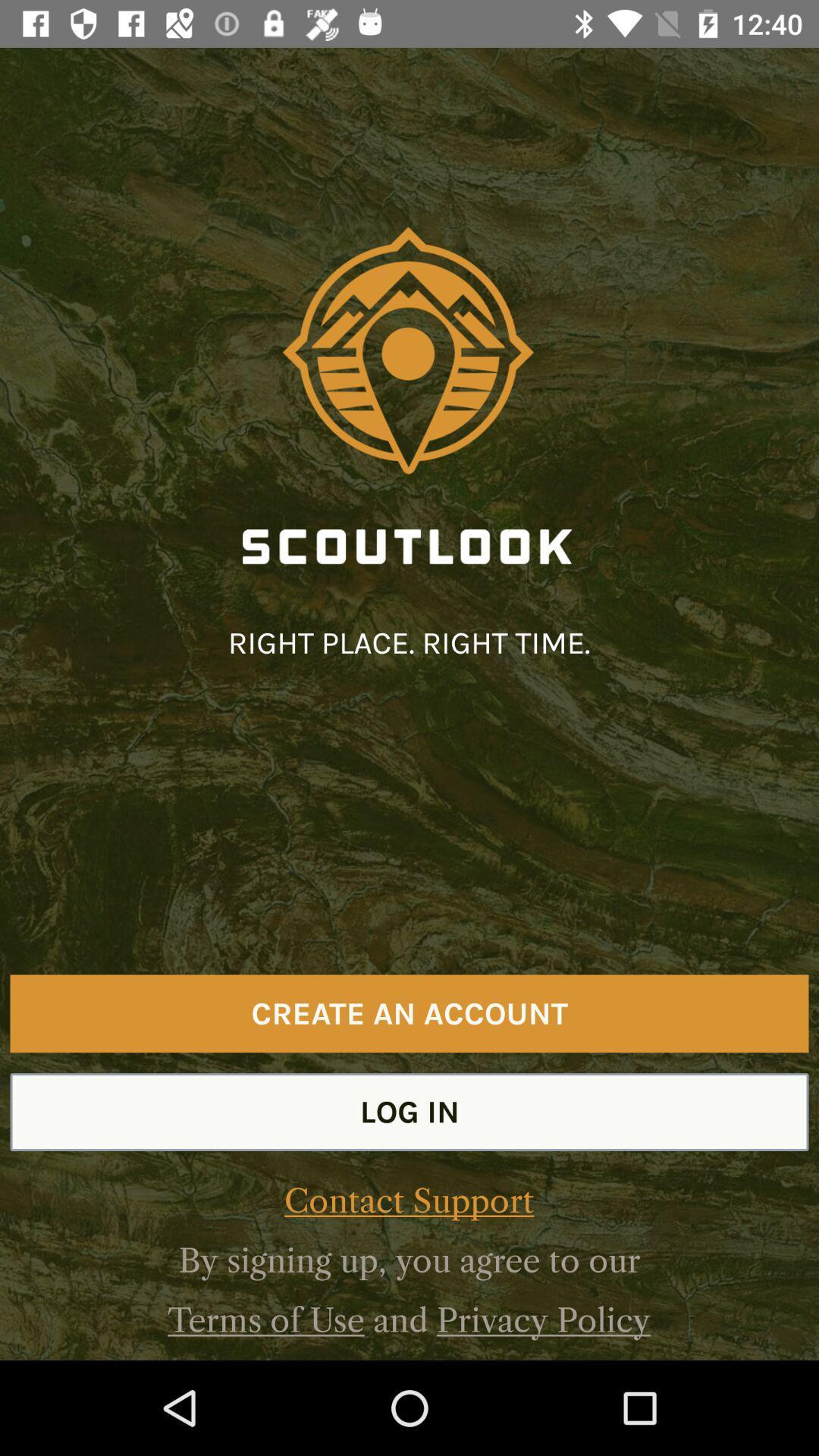  I want to click on item above log in item, so click(409, 1013).